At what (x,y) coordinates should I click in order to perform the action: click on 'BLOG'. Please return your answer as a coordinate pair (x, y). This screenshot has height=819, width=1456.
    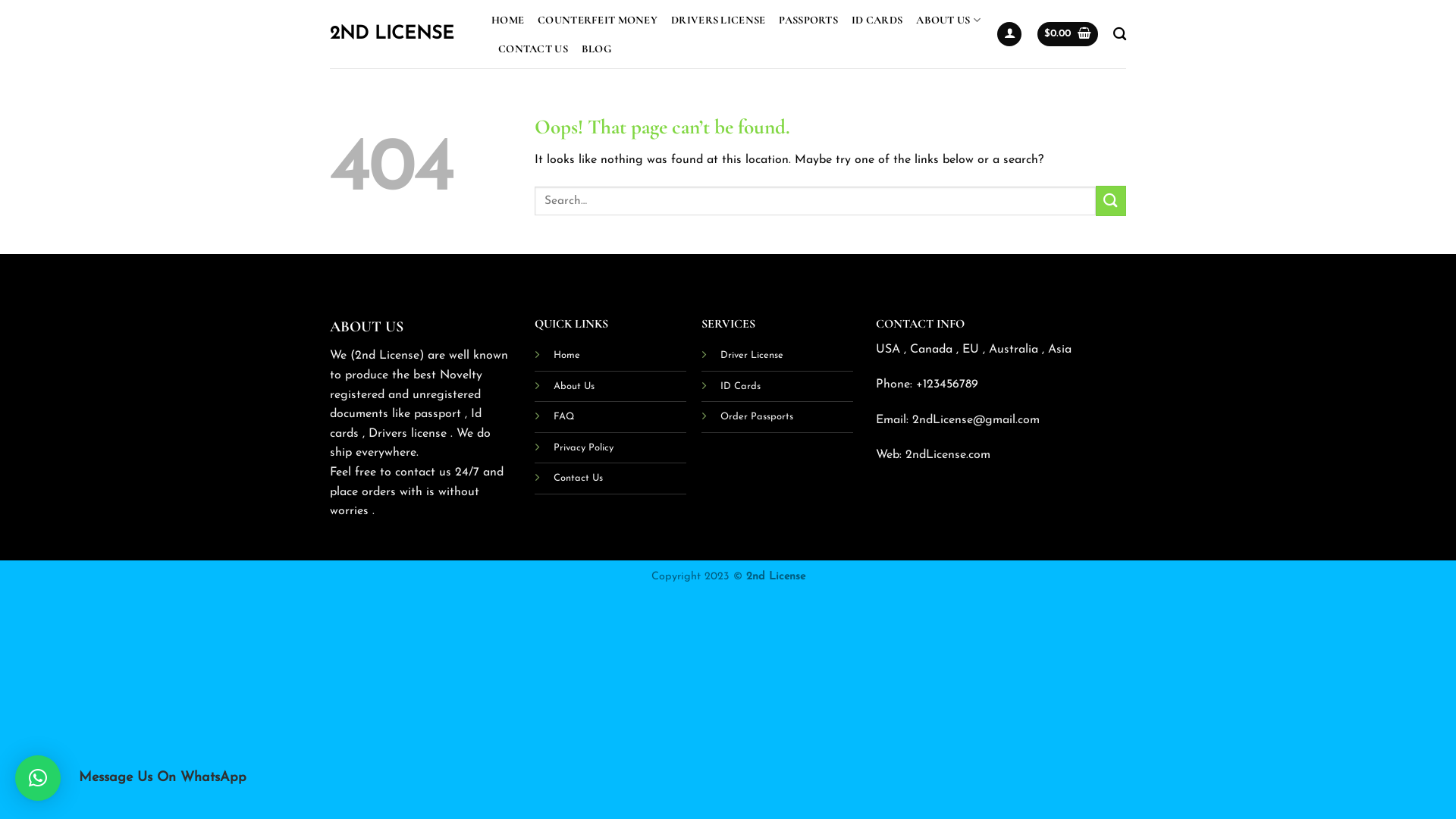
    Looking at the image, I should click on (595, 49).